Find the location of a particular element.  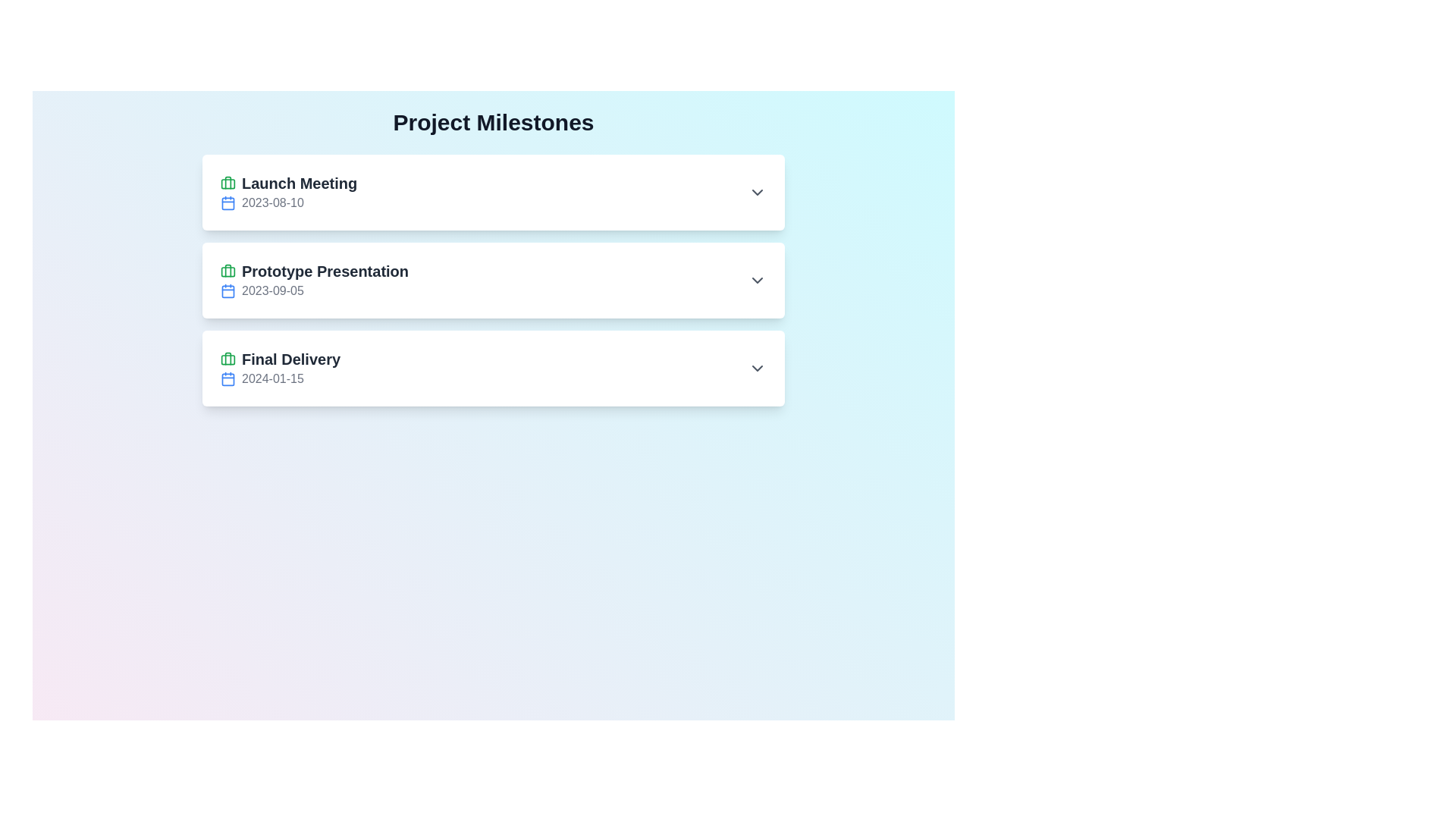

the decorative visual element within the calendar icon of the second milestone item titled 'Prototype Presentation', located to the left of the text and aligned with the event date description is located at coordinates (227, 291).